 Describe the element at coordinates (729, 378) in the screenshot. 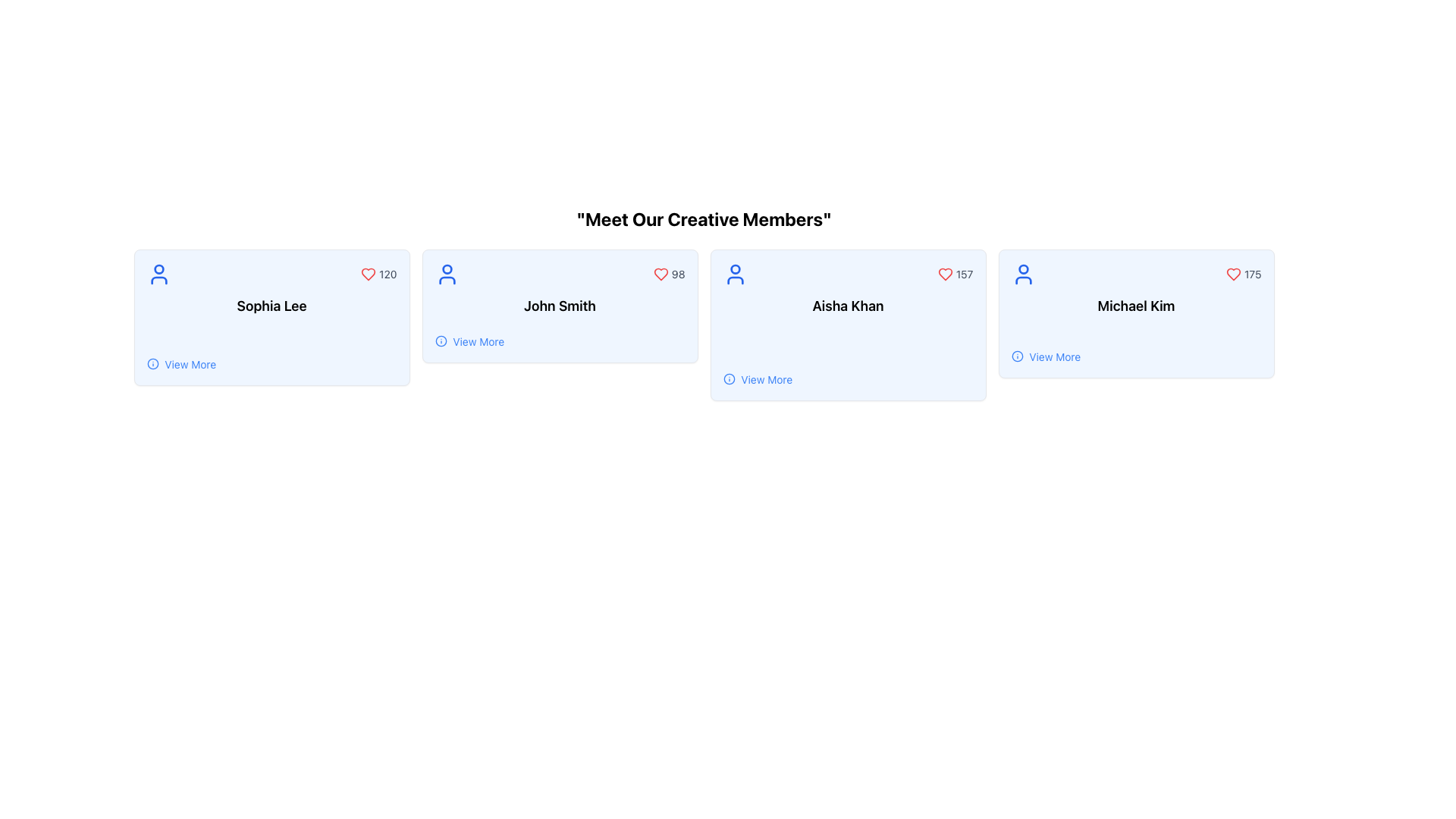

I see `the circular blue 'i' icon in the 'View More' link of the 'Aisha Khan' card, located in the third column from the left` at that location.